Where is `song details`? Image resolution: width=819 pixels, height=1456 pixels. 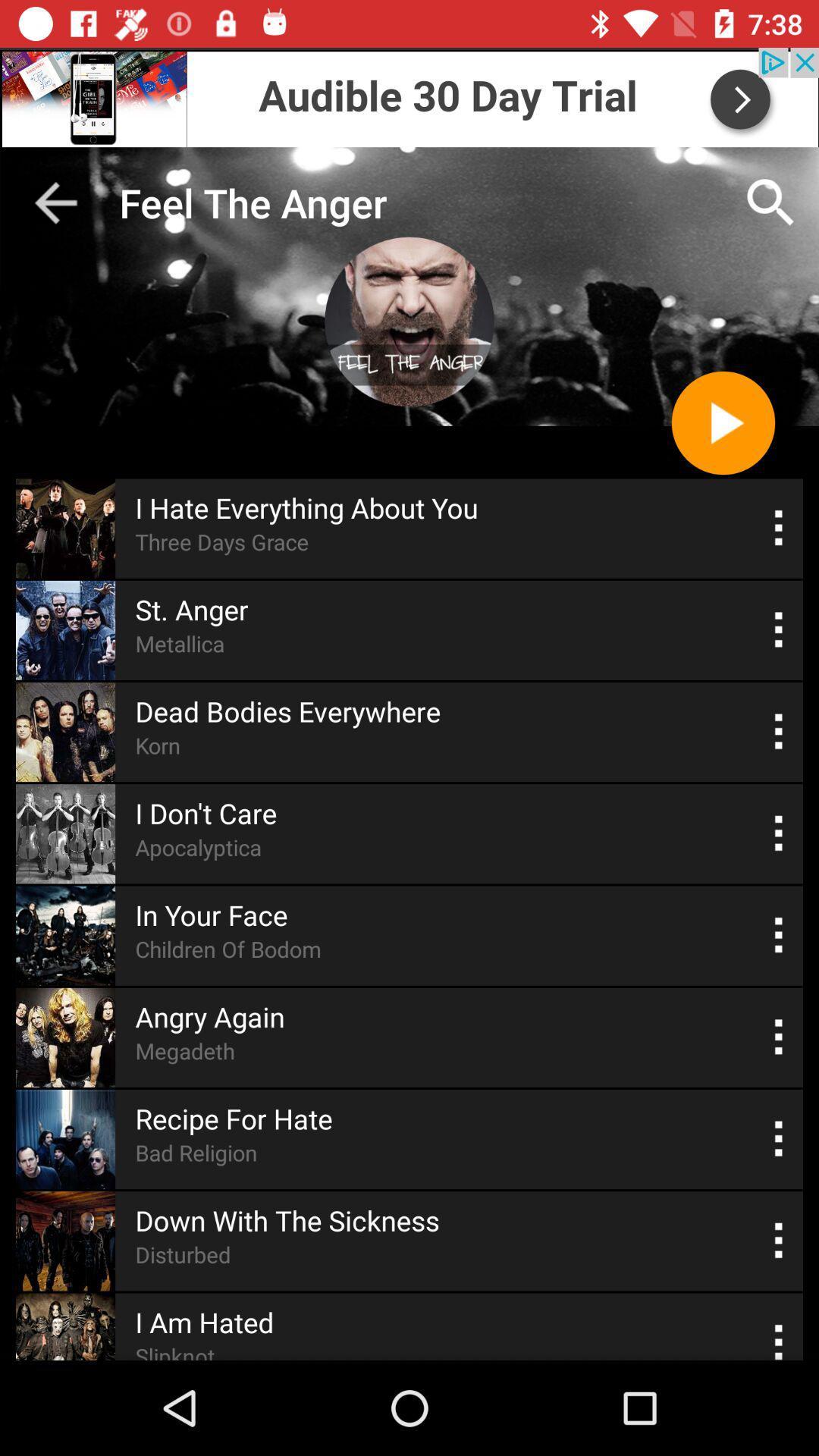
song details is located at coordinates (779, 934).